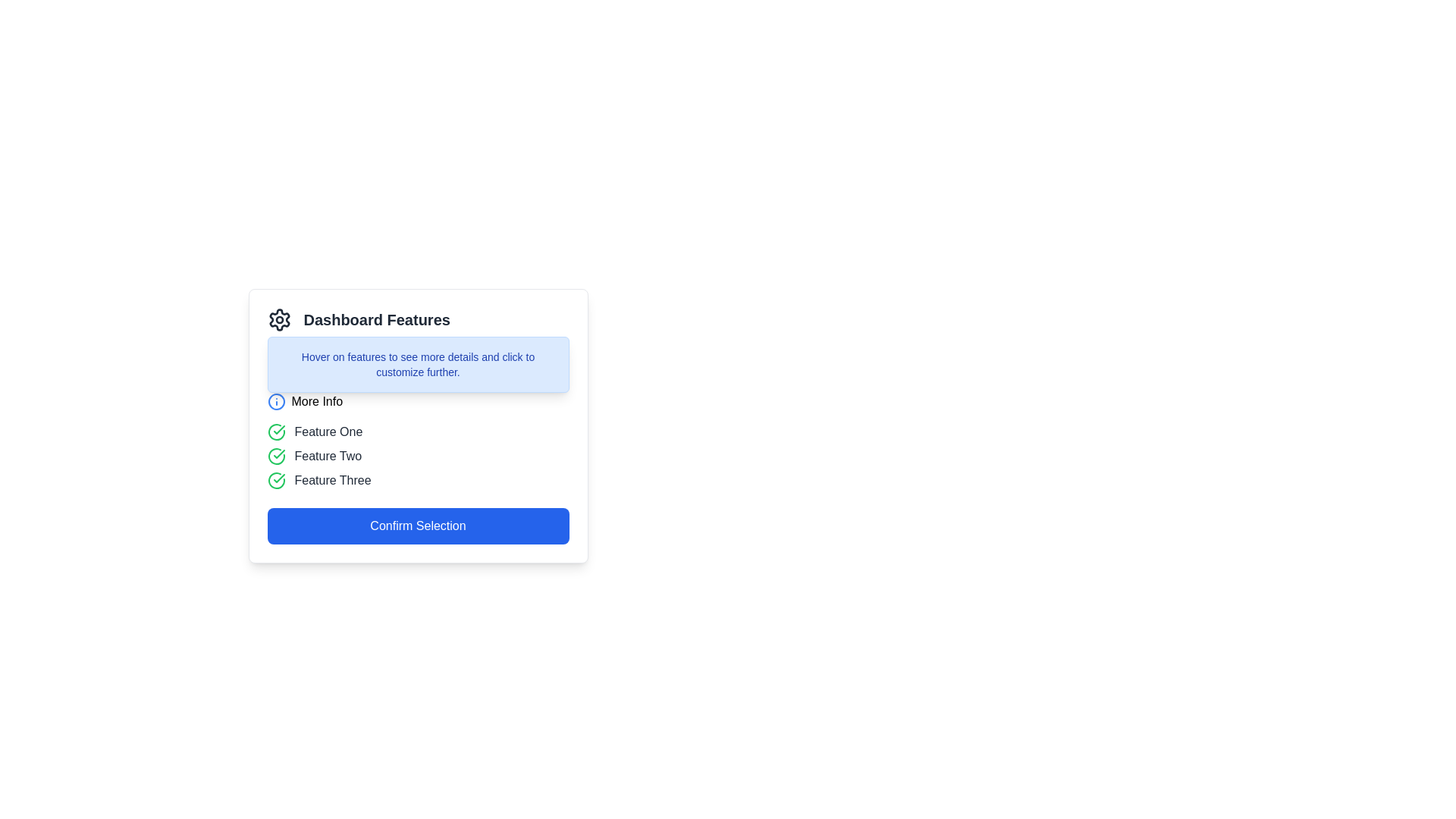 This screenshot has width=1456, height=819. Describe the element at coordinates (279, 318) in the screenshot. I see `the gear icon, which is styled in dark gray and resembles a settings symbol, located at the top left of the card adjacent to 'Dashboard Features'` at that location.